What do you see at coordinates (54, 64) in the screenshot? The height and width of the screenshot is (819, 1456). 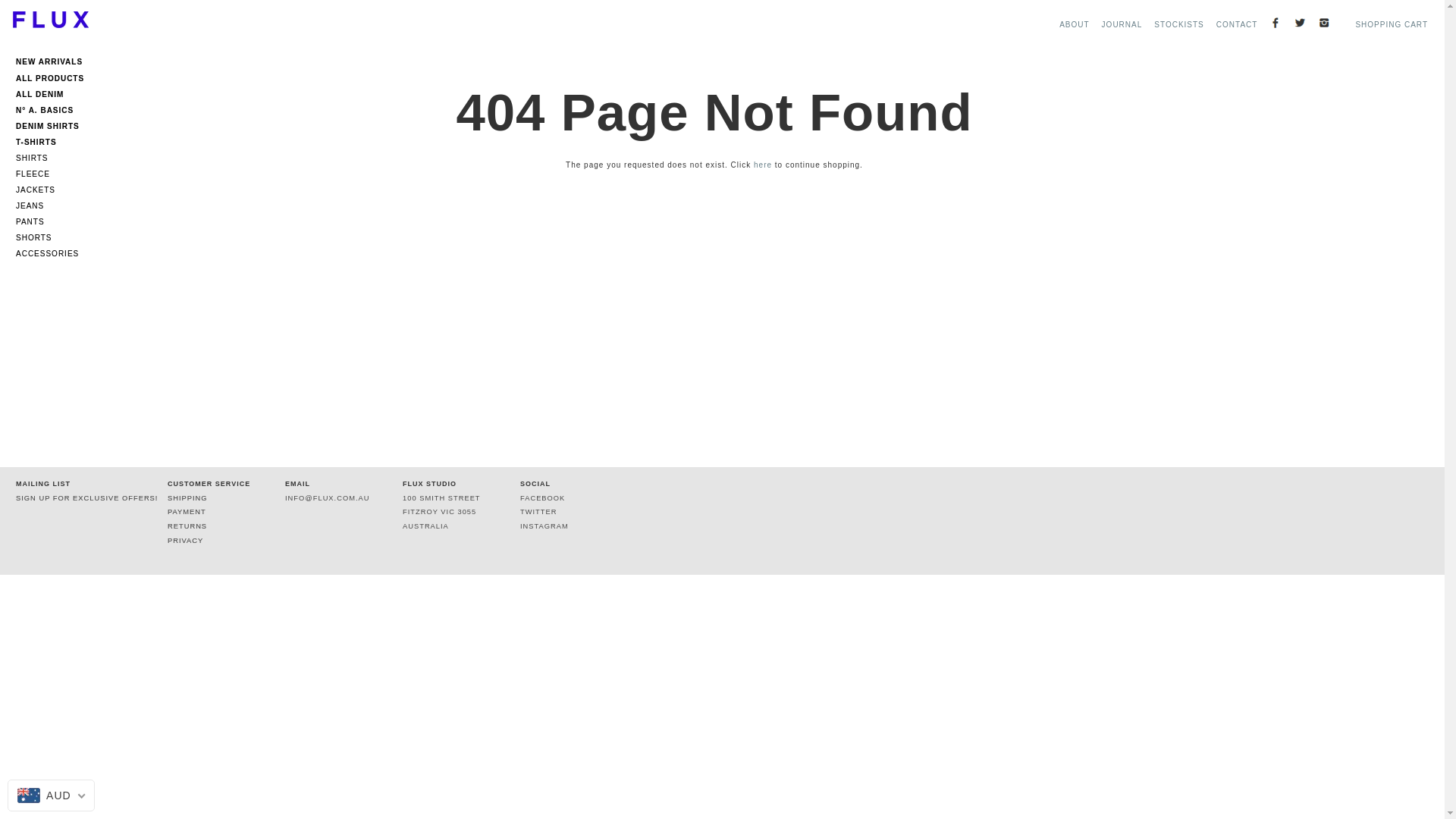 I see `'NEW ARRIVALS'` at bounding box center [54, 64].